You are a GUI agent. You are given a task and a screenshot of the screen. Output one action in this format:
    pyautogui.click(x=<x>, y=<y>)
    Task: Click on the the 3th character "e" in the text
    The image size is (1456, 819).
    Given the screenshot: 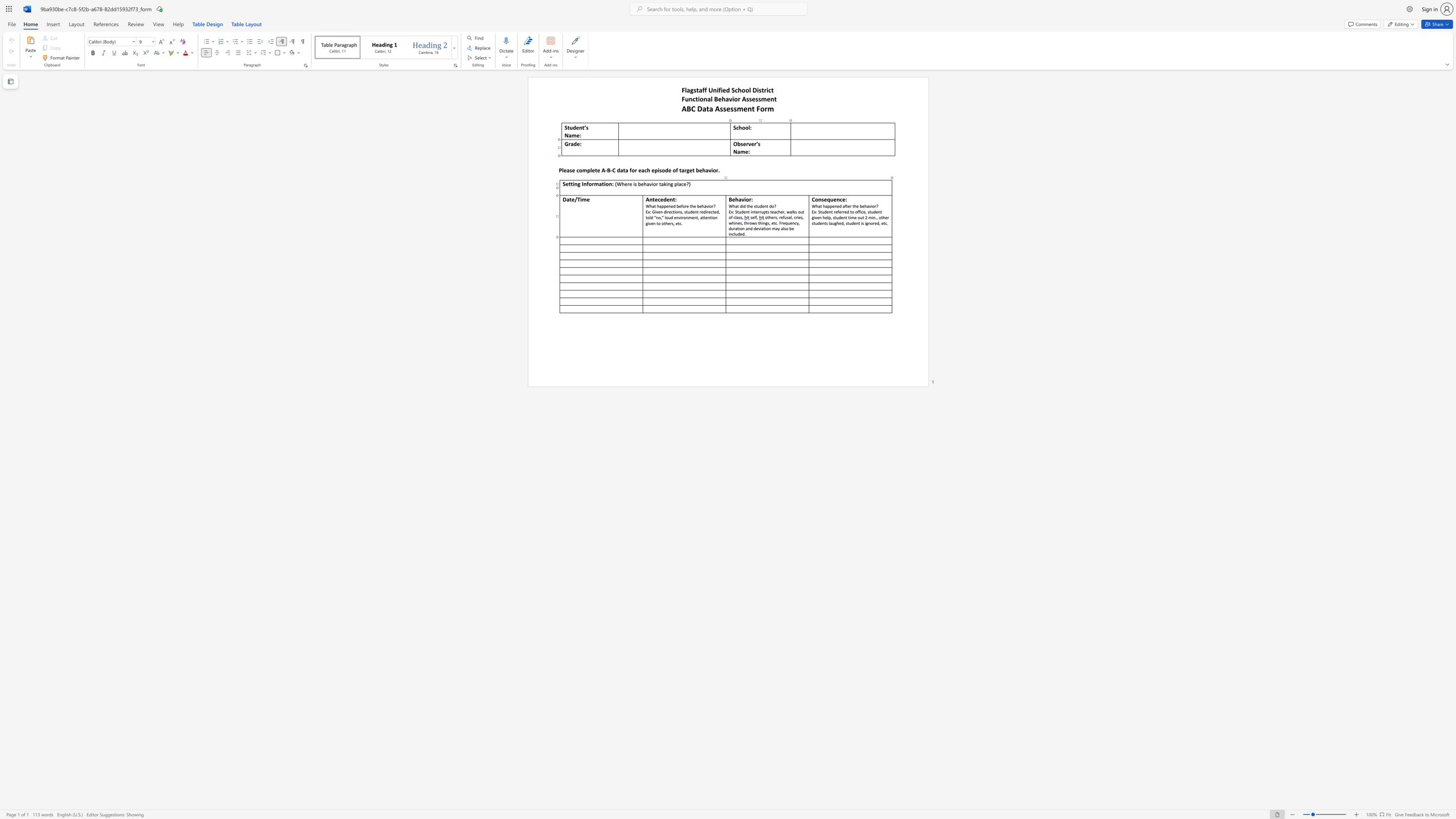 What is the action you would take?
    pyautogui.click(x=843, y=200)
    